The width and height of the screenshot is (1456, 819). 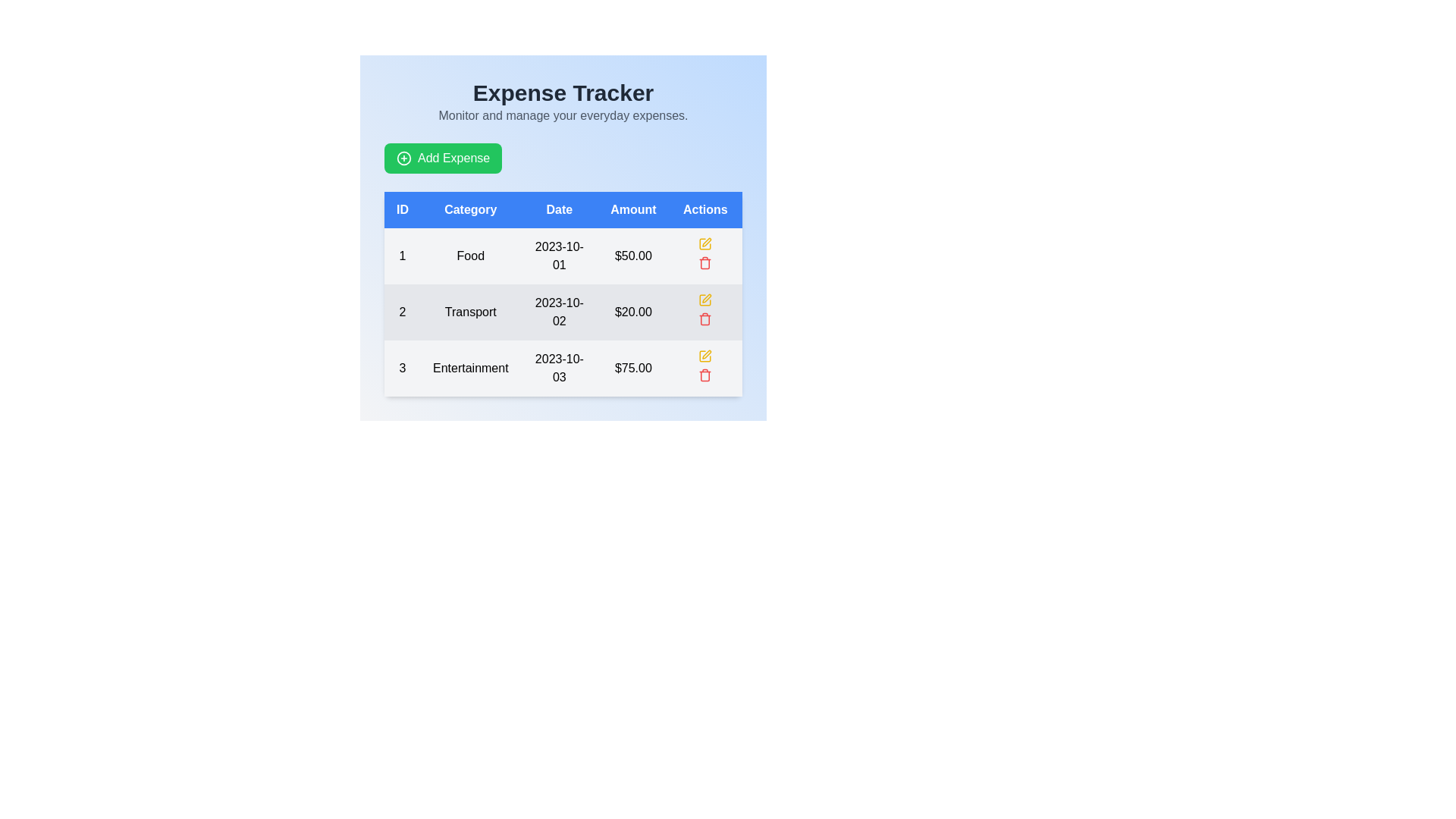 I want to click on the trash bin icon located in the 'Actions' column of the table row representing the expense with ID '2' and category 'Transport', so click(x=704, y=312).